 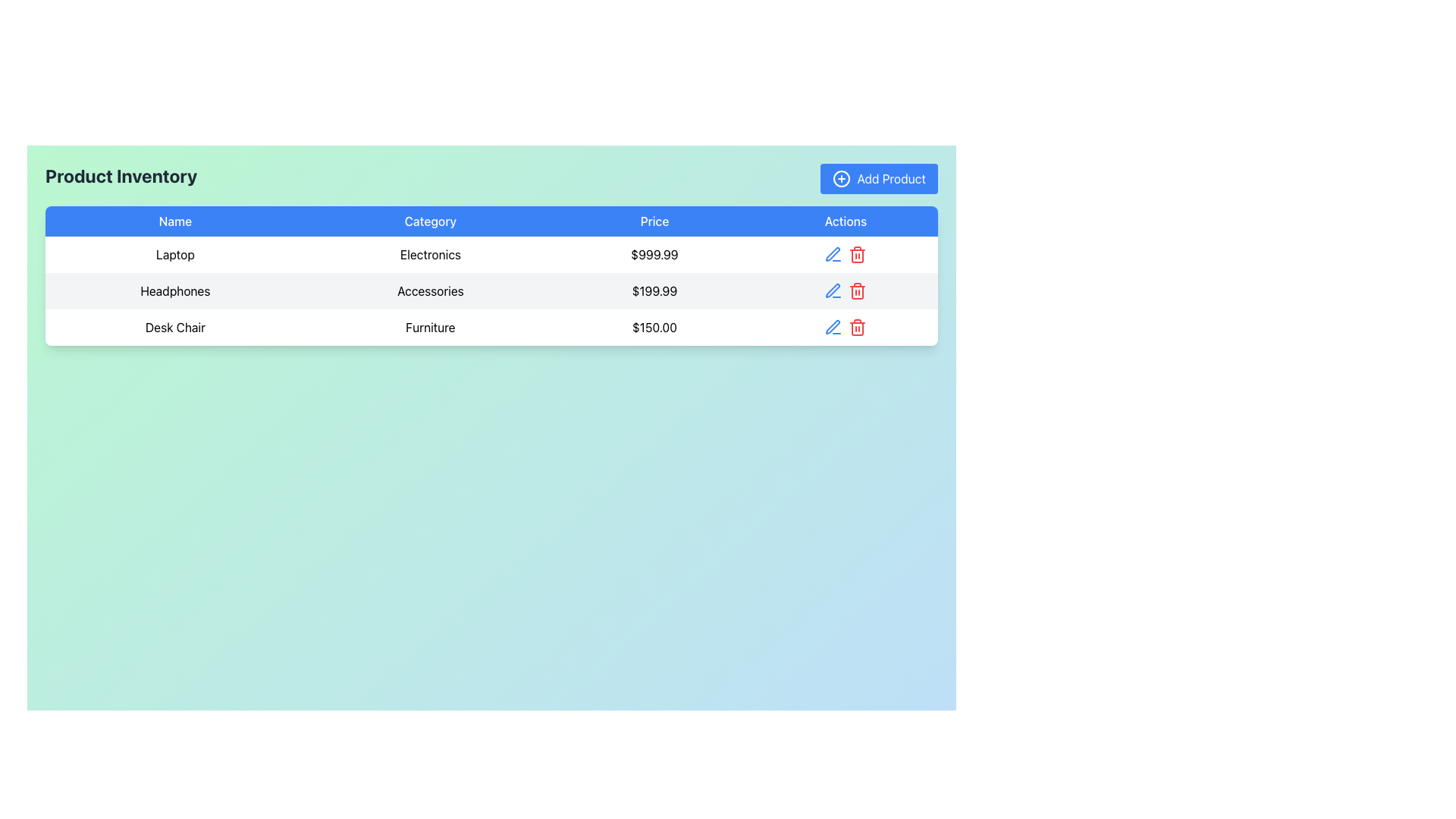 What do you see at coordinates (175, 253) in the screenshot?
I see `the text label displaying 'Laptop' in the first row under the 'Name' header of the product inventory table` at bounding box center [175, 253].